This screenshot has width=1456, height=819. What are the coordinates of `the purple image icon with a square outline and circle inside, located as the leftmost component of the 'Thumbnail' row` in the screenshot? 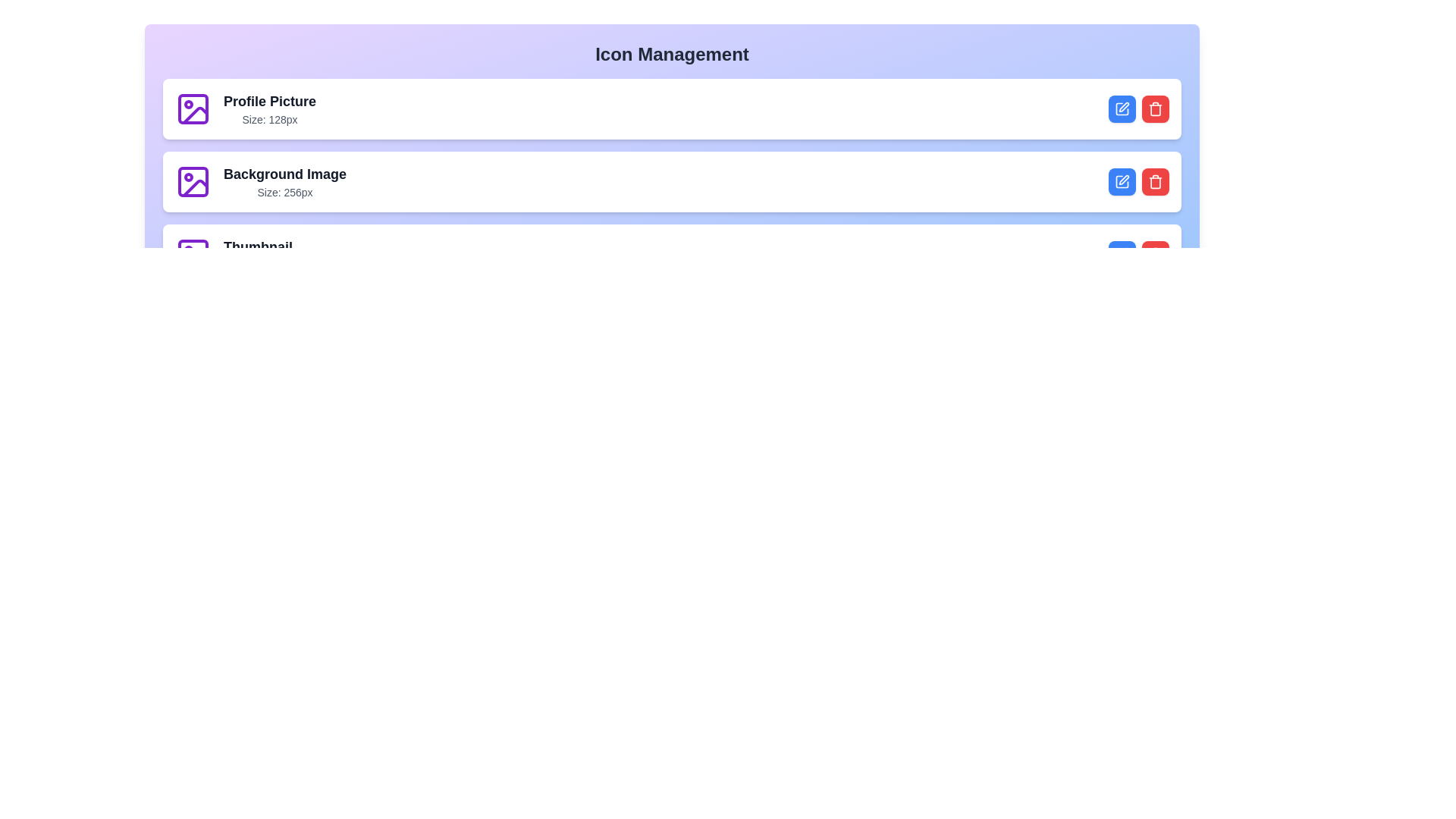 It's located at (192, 253).